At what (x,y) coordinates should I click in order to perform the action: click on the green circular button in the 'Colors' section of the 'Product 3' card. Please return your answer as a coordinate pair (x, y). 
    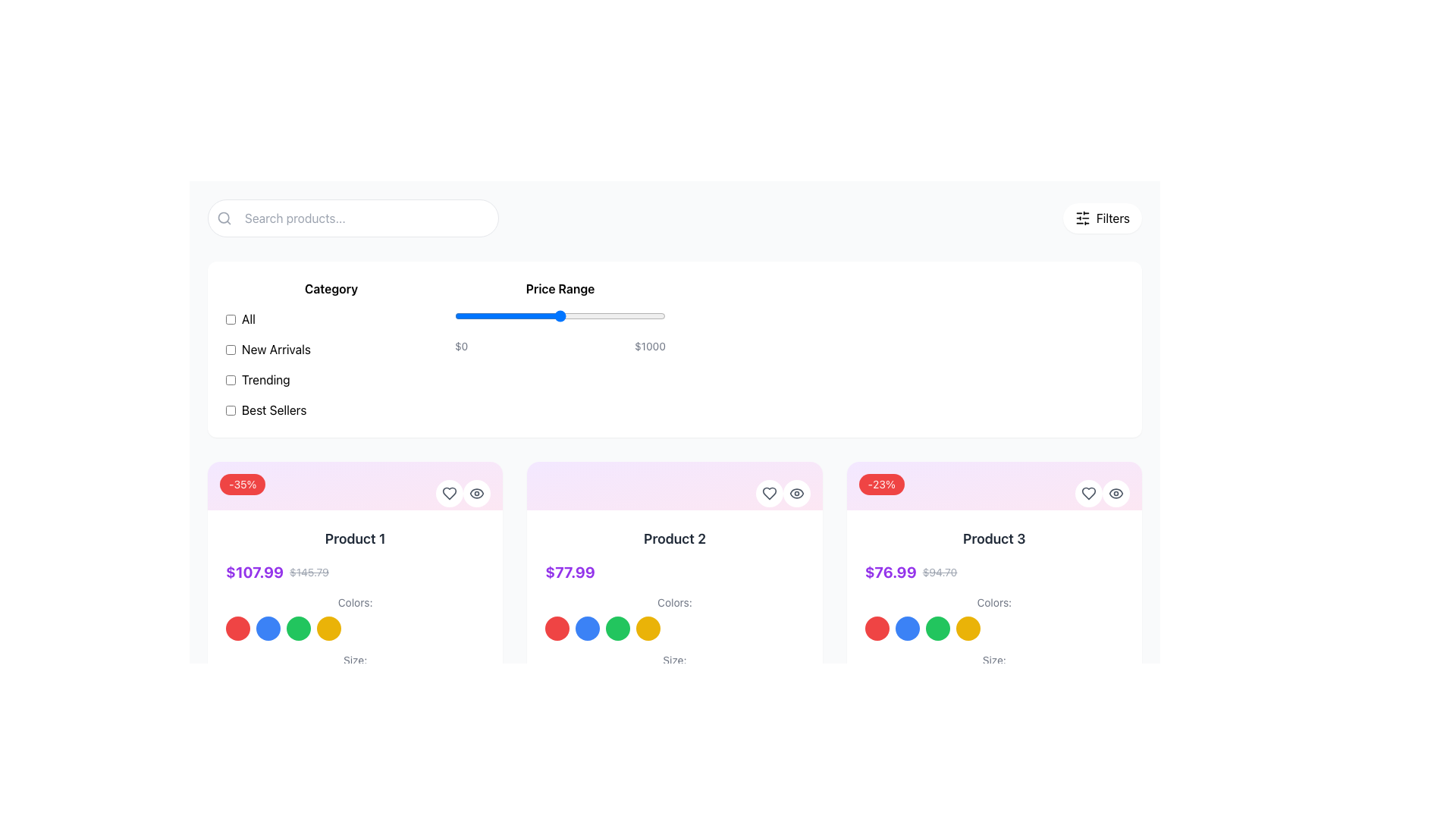
    Looking at the image, I should click on (937, 629).